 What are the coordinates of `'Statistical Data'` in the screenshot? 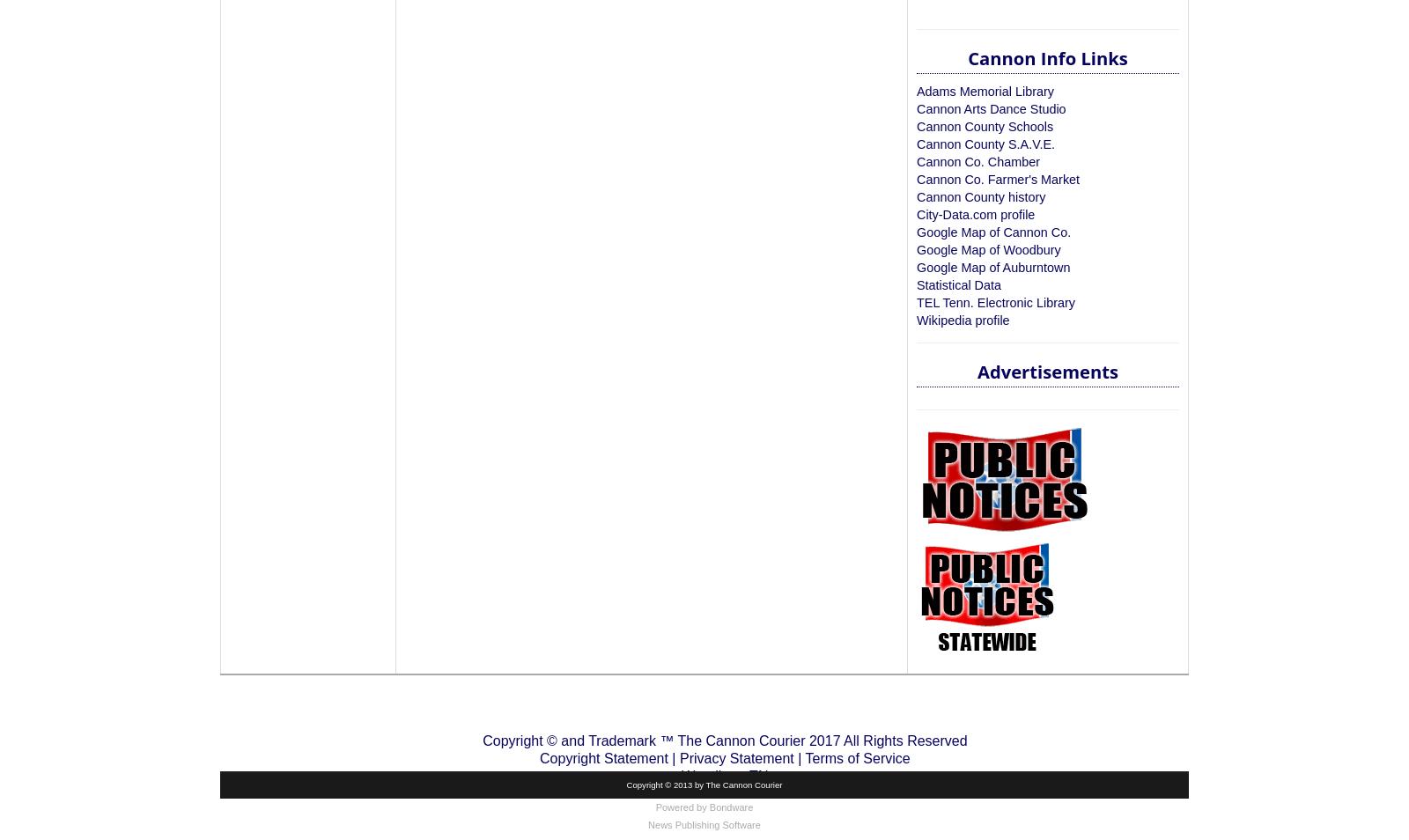 It's located at (916, 284).